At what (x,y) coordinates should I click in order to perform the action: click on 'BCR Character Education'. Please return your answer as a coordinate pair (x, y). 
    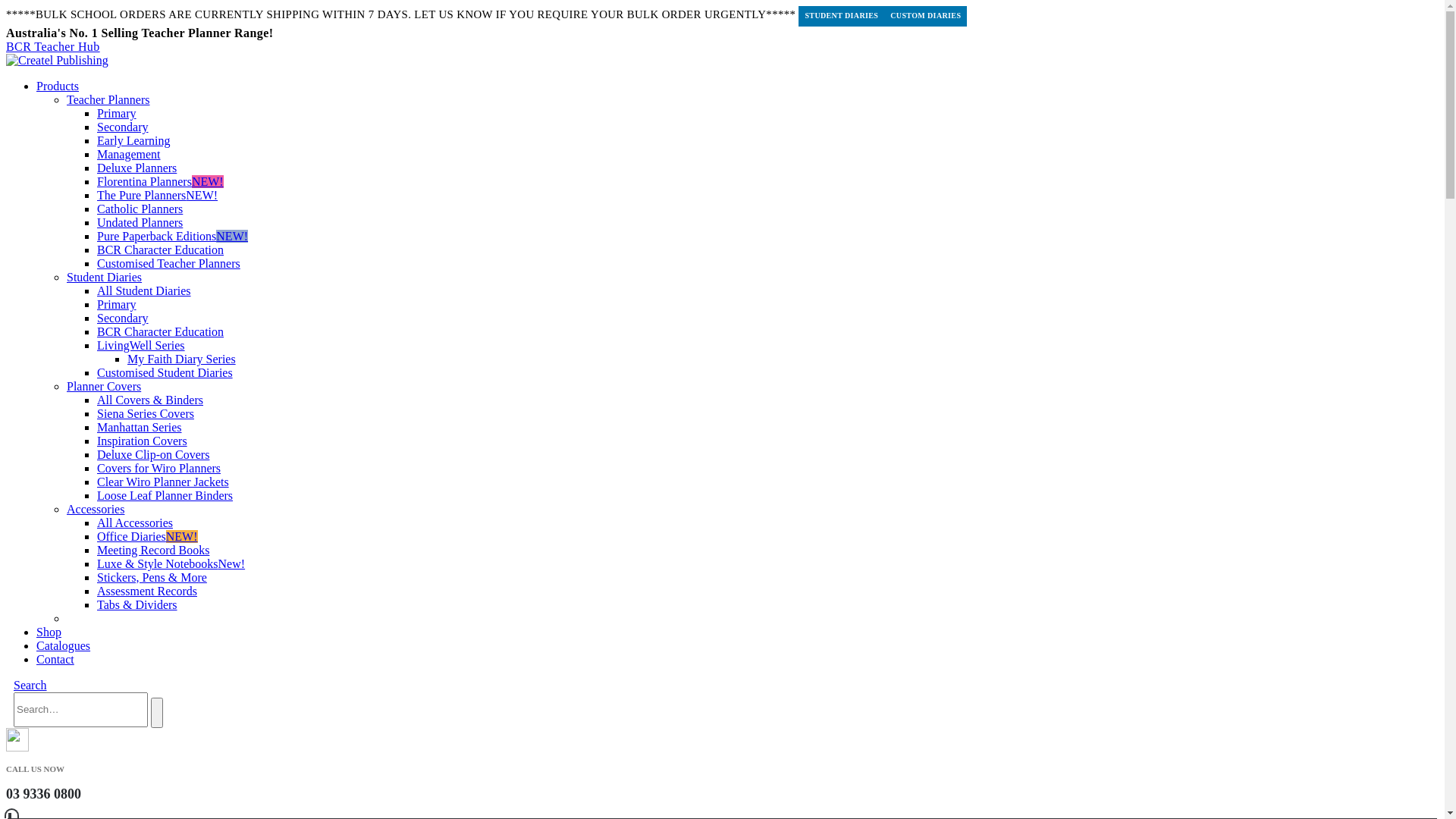
    Looking at the image, I should click on (160, 331).